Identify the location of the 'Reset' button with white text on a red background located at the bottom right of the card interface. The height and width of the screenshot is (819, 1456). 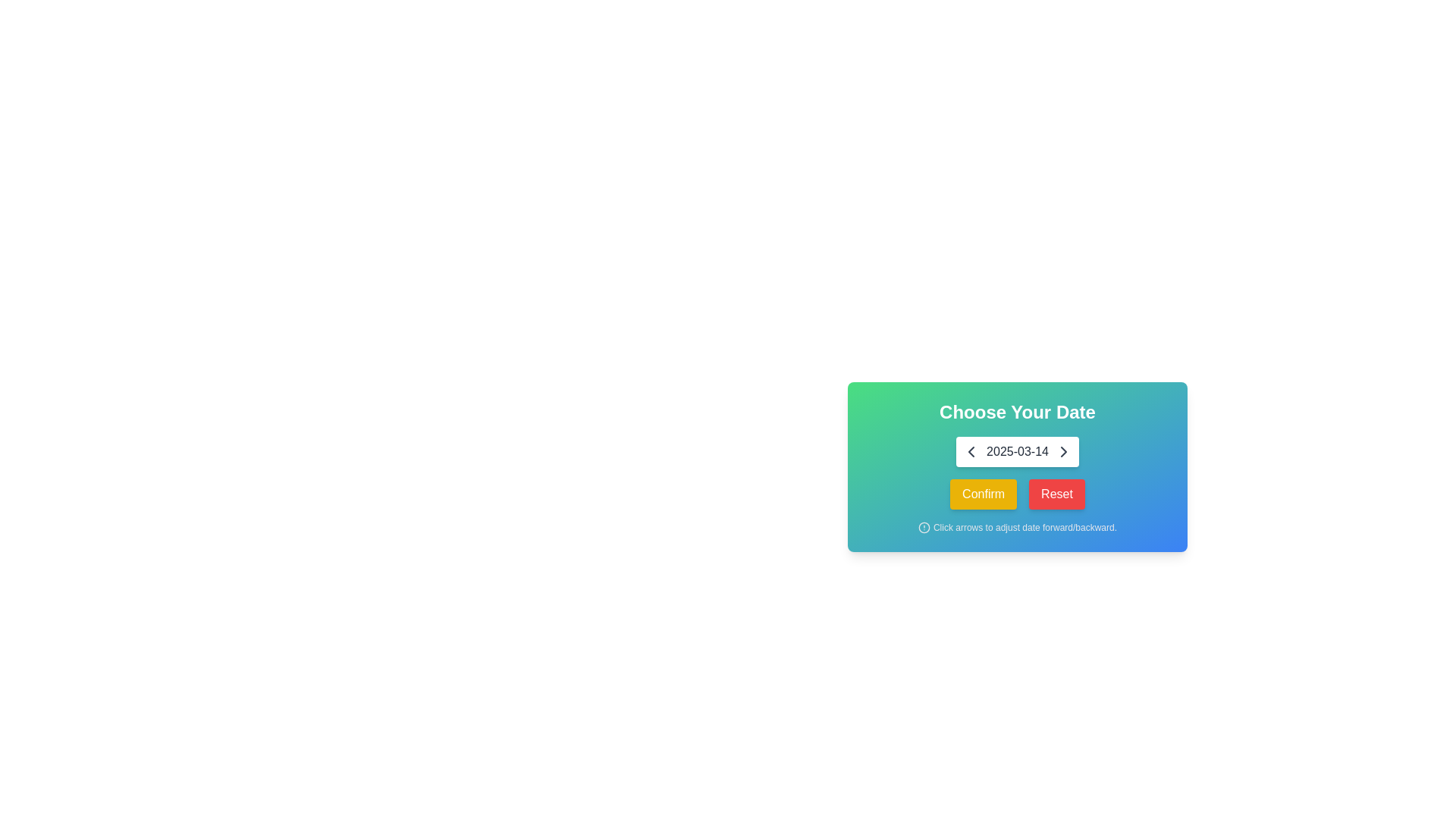
(1056, 494).